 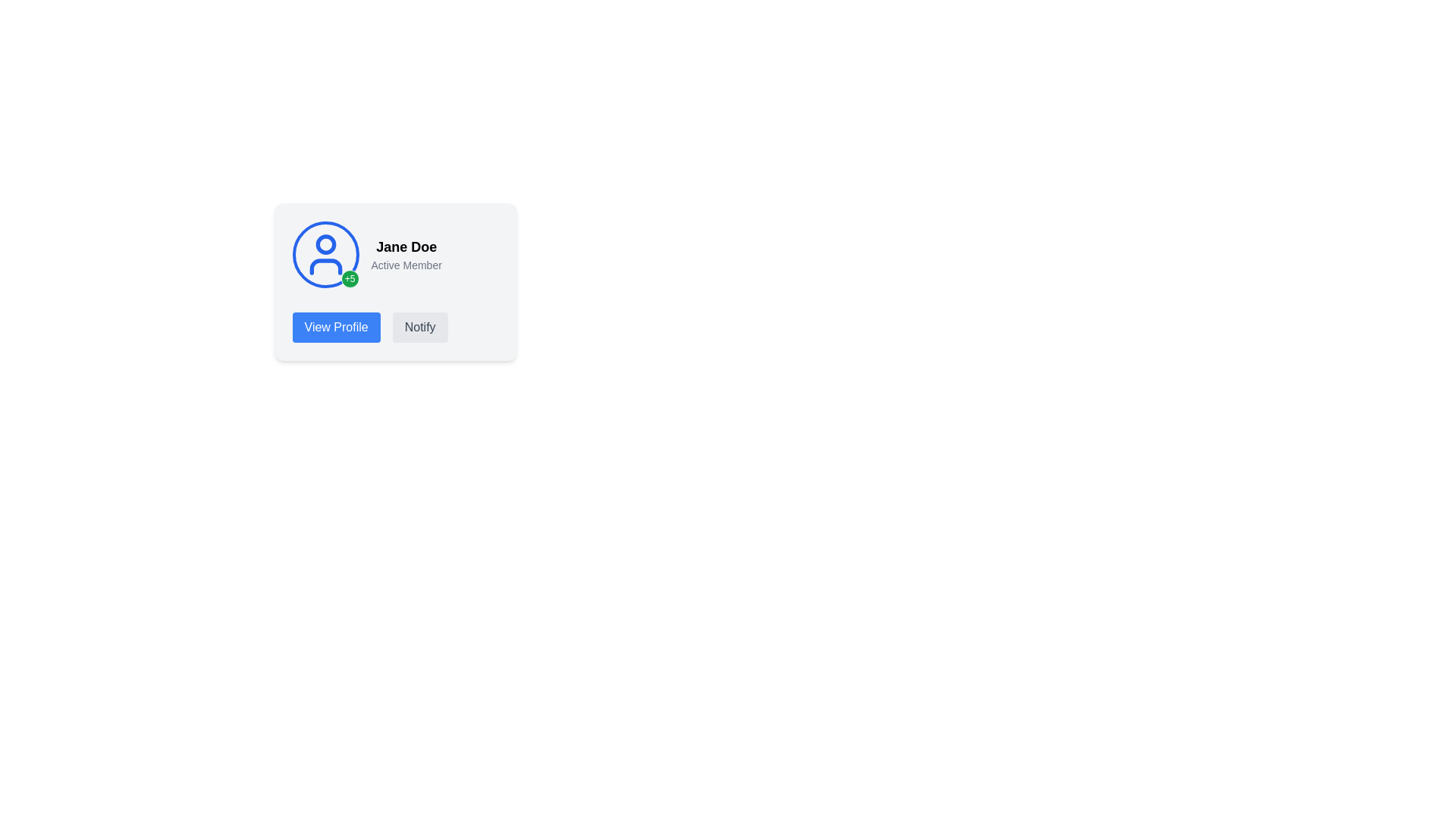 I want to click on the Card Component, so click(x=395, y=334).